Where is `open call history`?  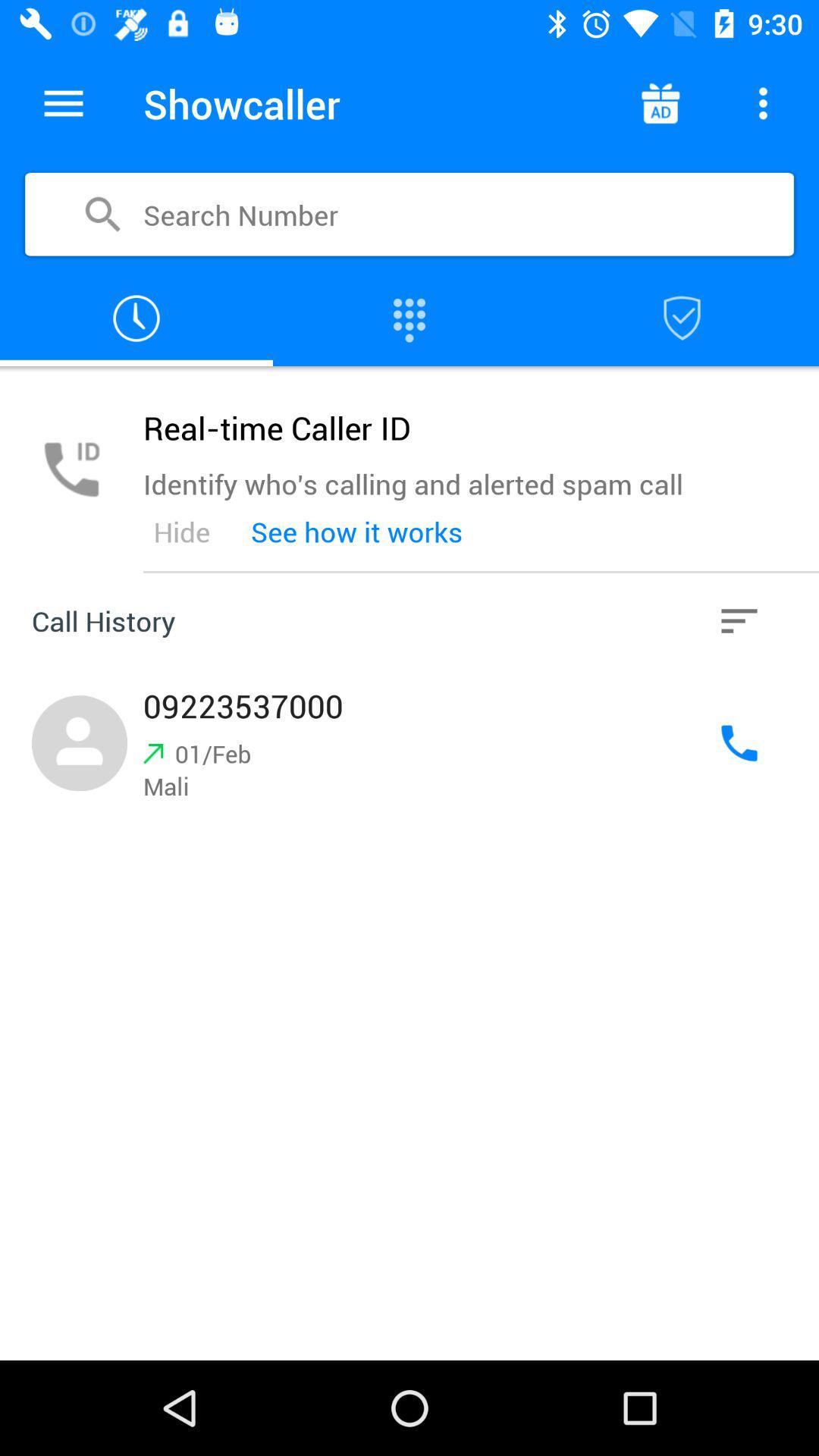 open call history is located at coordinates (739, 621).